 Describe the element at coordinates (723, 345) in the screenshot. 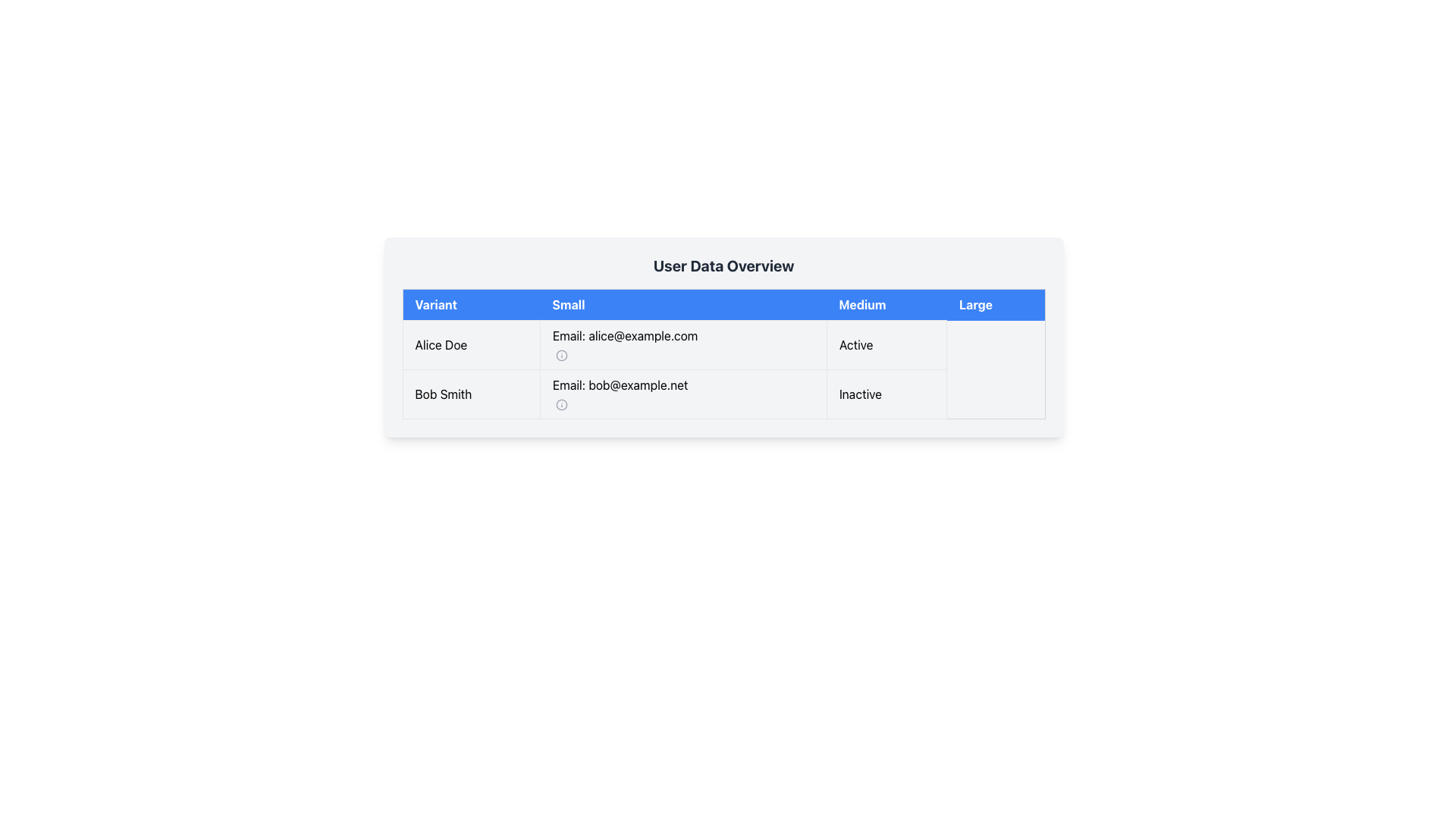

I see `the first row of user data for 'Alice Doe' within the table, which contains information under the headers 'Variant', 'Small', and 'Large'` at that location.